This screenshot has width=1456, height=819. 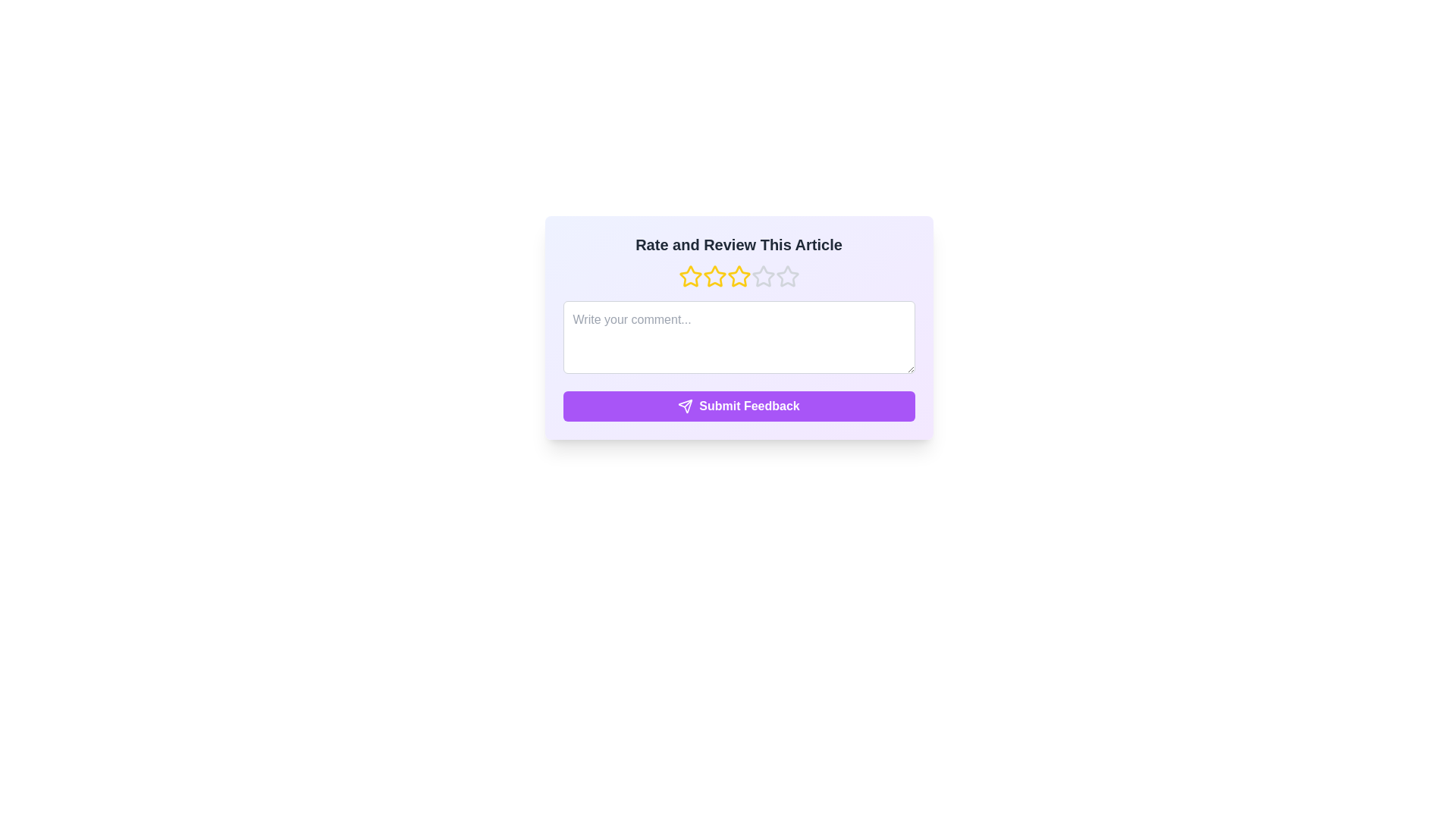 I want to click on the rating to 4 stars by clicking on the corresponding star, so click(x=763, y=277).